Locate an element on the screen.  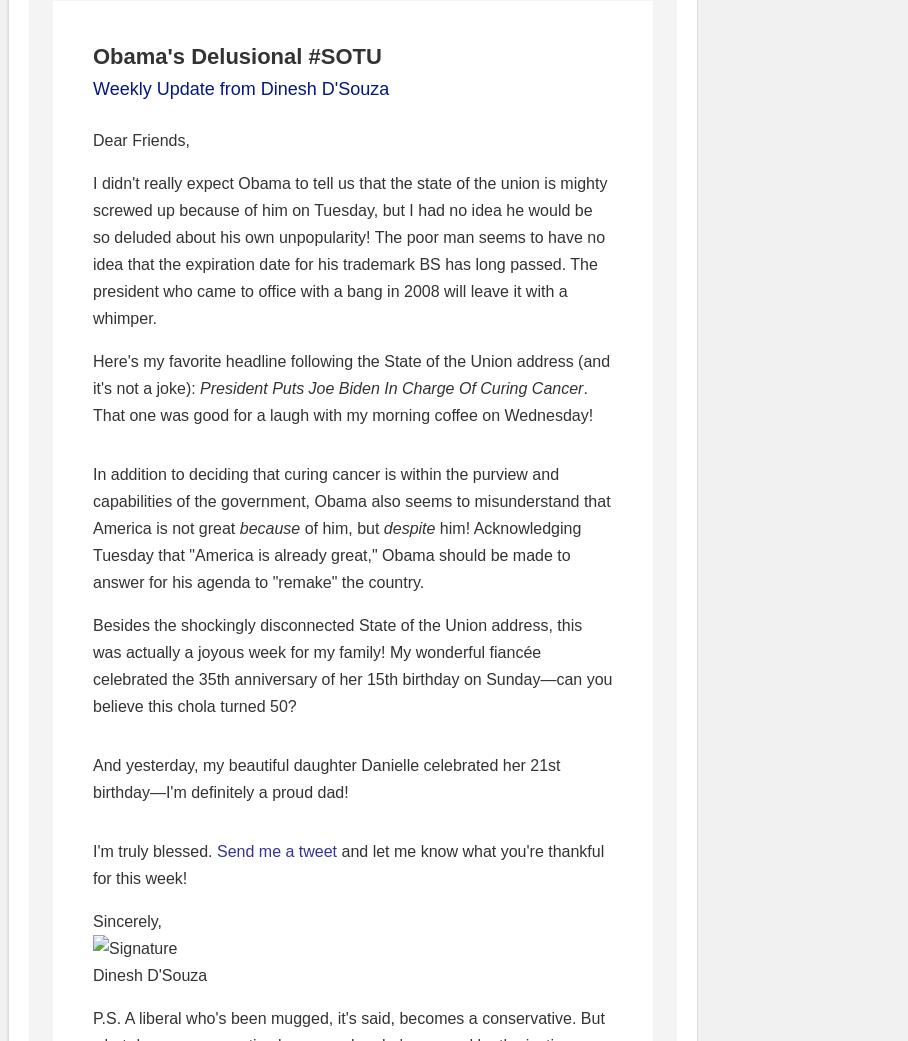
'. That one was good for a laugh with my morning coffee on Wednesday!' is located at coordinates (343, 402).